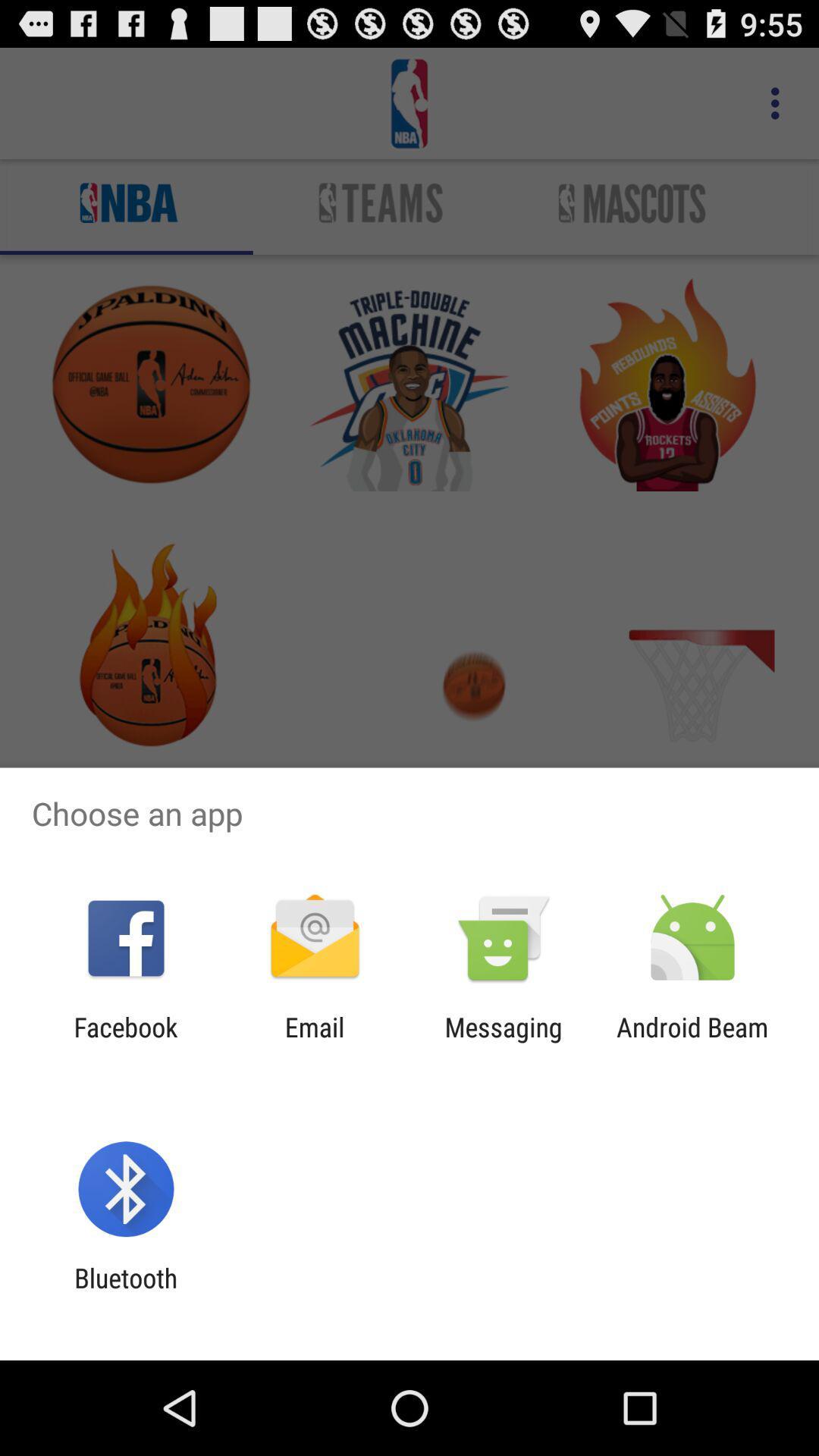 The image size is (819, 1456). Describe the element at coordinates (692, 1042) in the screenshot. I see `the app next to the messaging app` at that location.